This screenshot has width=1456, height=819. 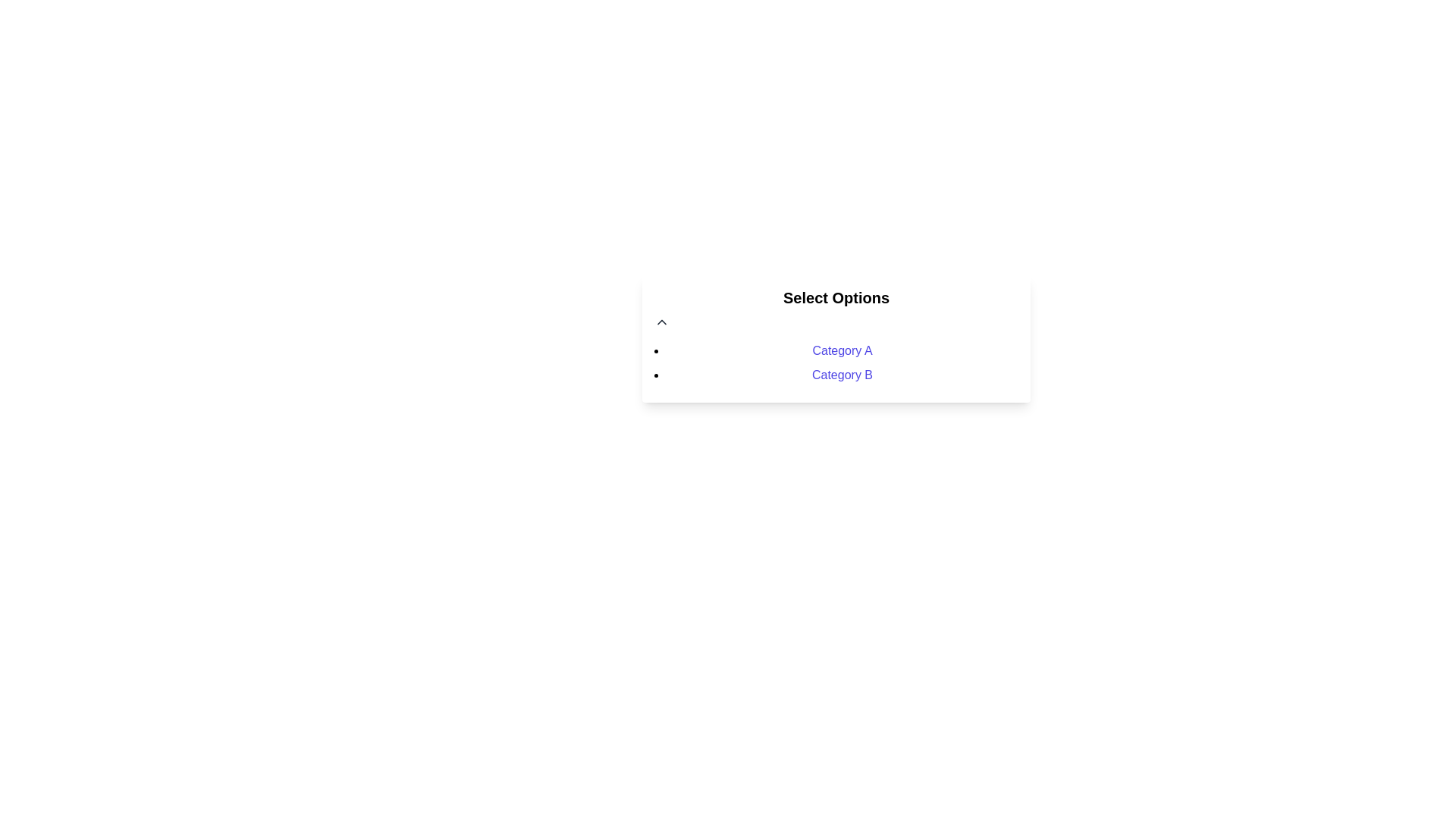 I want to click on the interactive bulleted list containing 'Category A' and 'Category B' options under the heading 'Select Options', so click(x=841, y=362).